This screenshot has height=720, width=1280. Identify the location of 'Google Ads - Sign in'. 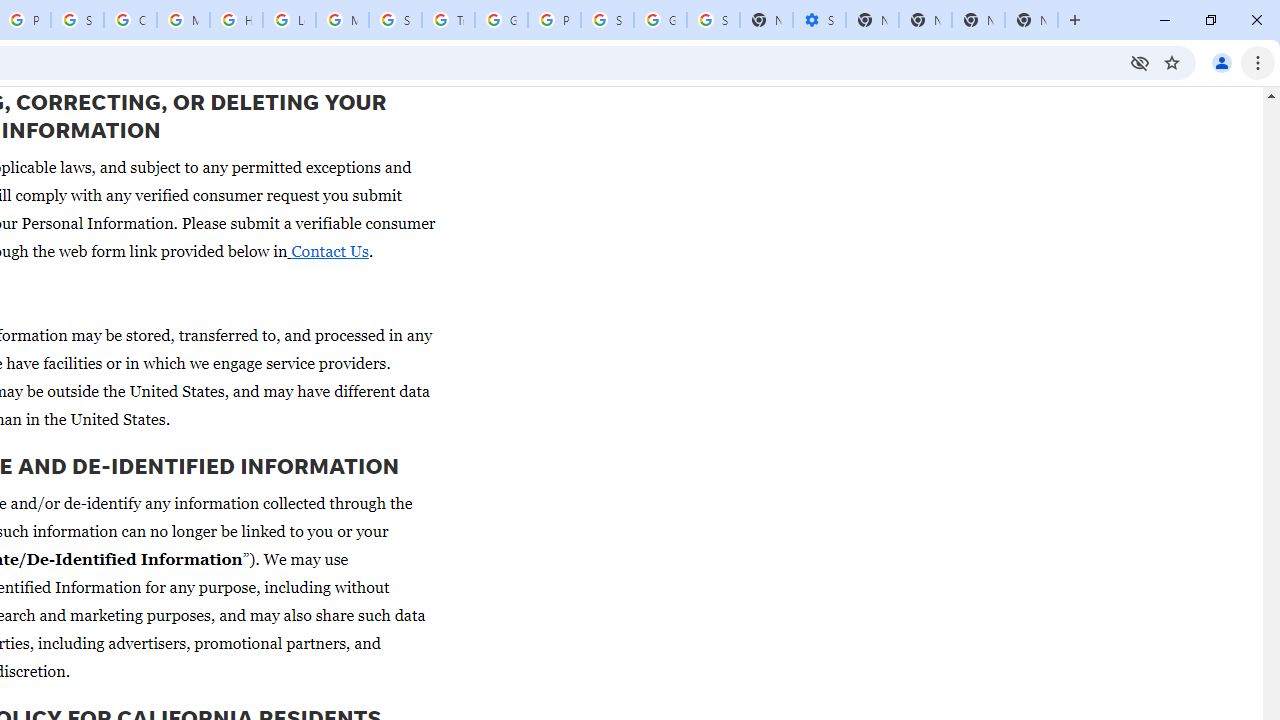
(501, 20).